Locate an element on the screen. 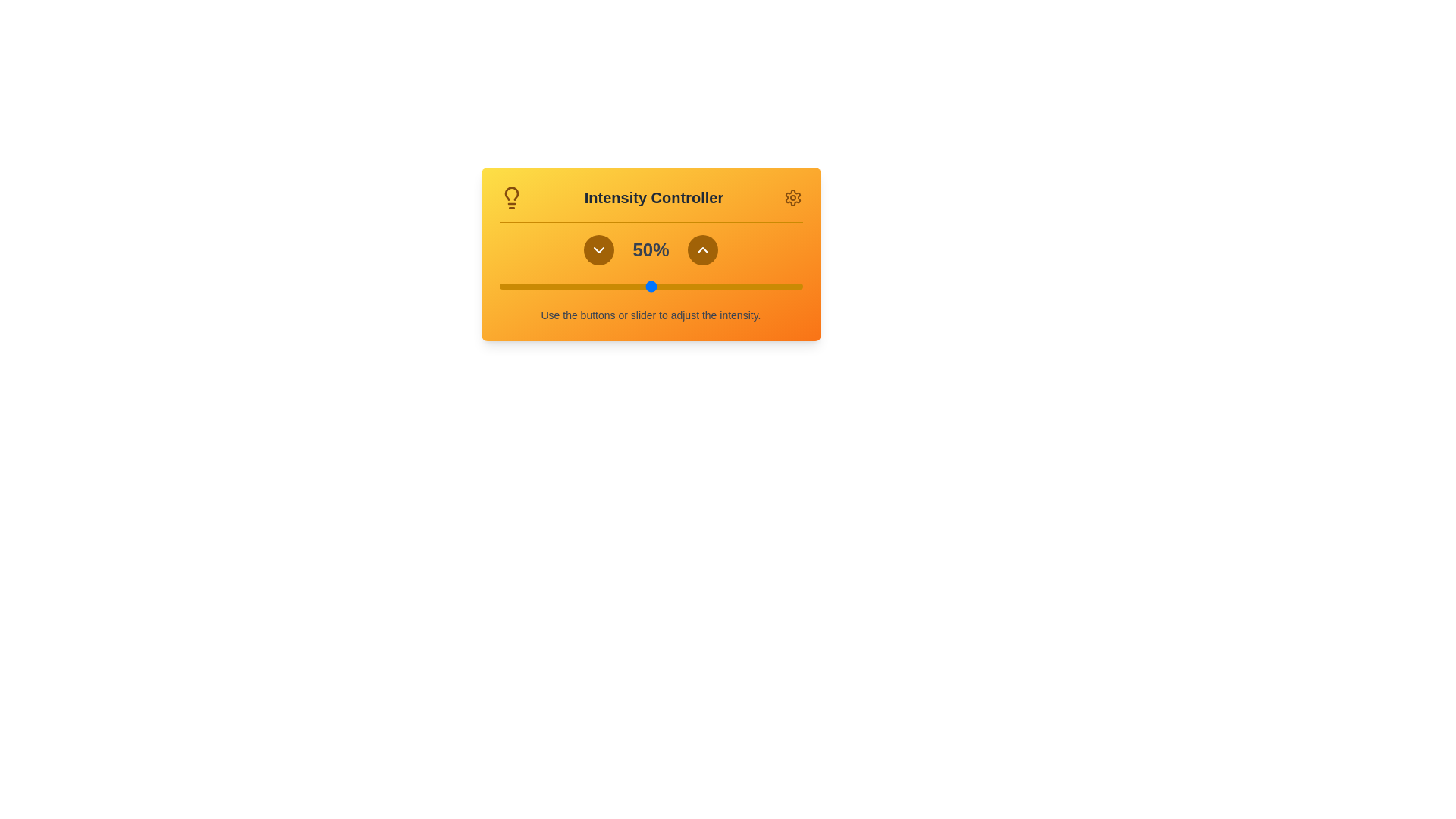 This screenshot has height=819, width=1456. intensity is located at coordinates (717, 287).